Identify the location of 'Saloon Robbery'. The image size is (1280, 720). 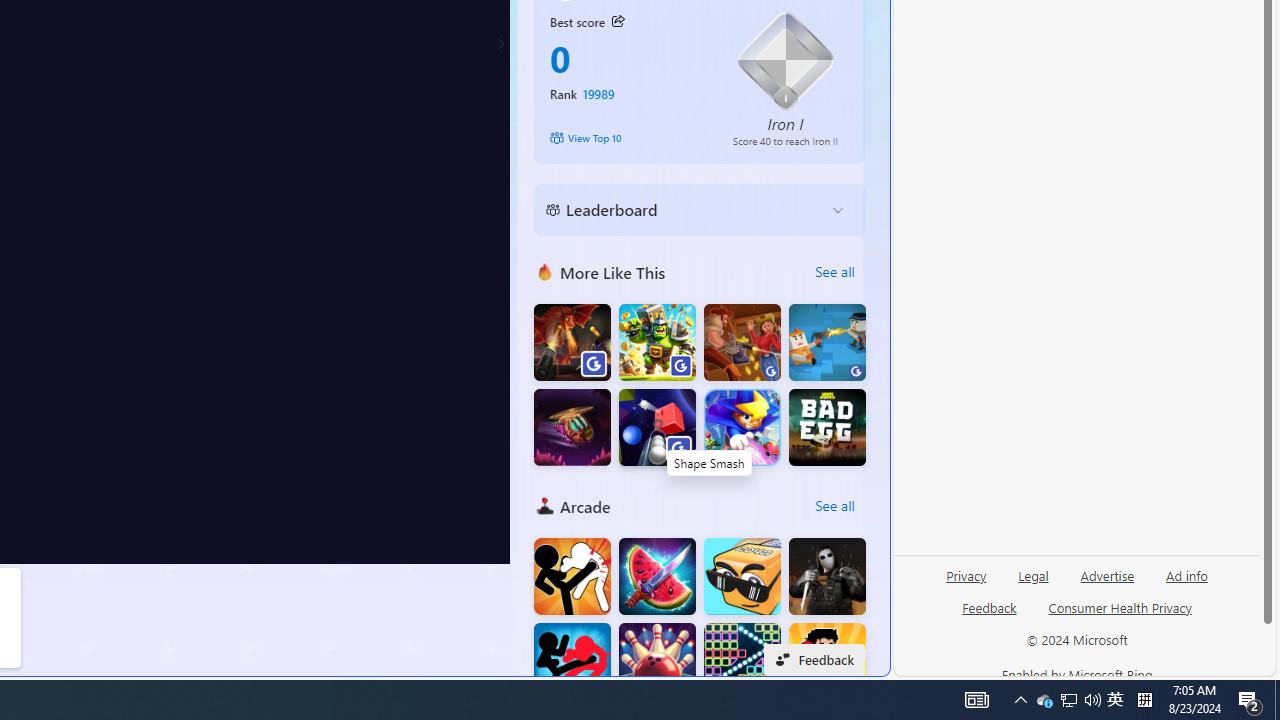
(741, 341).